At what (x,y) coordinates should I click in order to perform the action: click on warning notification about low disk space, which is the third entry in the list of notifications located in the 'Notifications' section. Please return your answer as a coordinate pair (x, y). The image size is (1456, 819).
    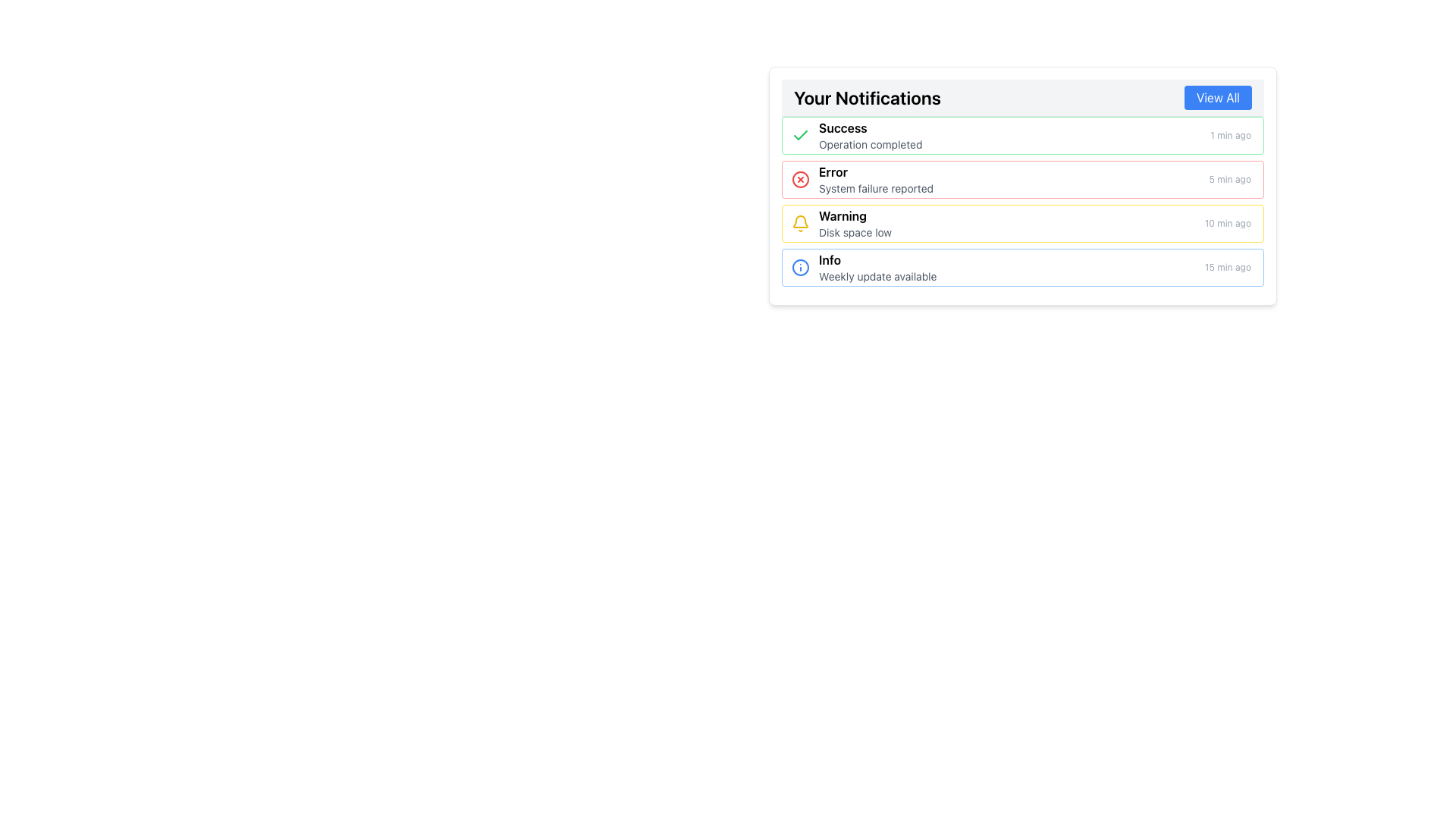
    Looking at the image, I should click on (1022, 223).